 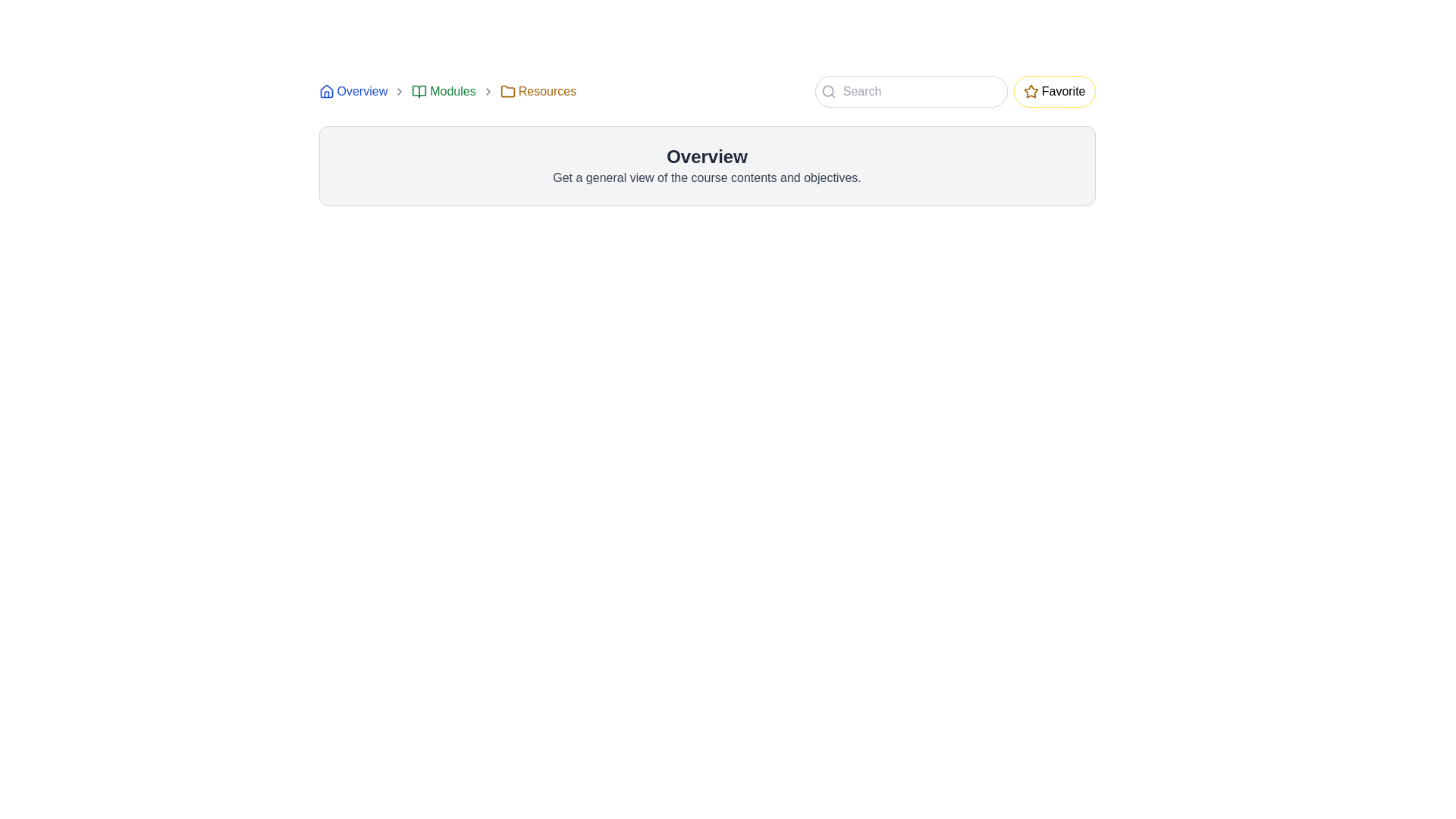 What do you see at coordinates (419, 91) in the screenshot?
I see `the left portion of the book icon in the breadcrumb navigation, which represents the 'Modules' section` at bounding box center [419, 91].